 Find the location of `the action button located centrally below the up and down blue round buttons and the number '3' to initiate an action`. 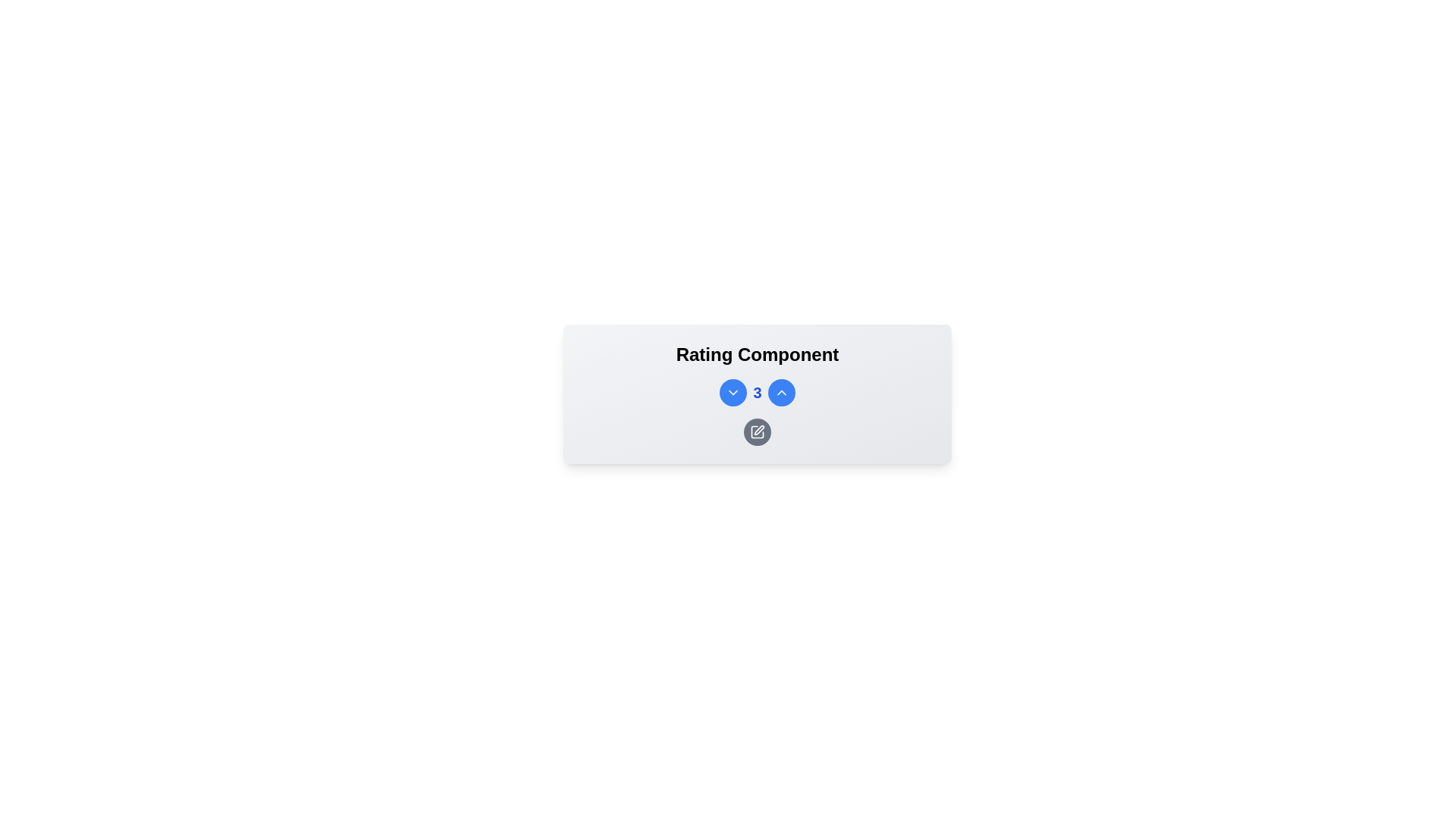

the action button located centrally below the up and down blue round buttons and the number '3' to initiate an action is located at coordinates (757, 412).